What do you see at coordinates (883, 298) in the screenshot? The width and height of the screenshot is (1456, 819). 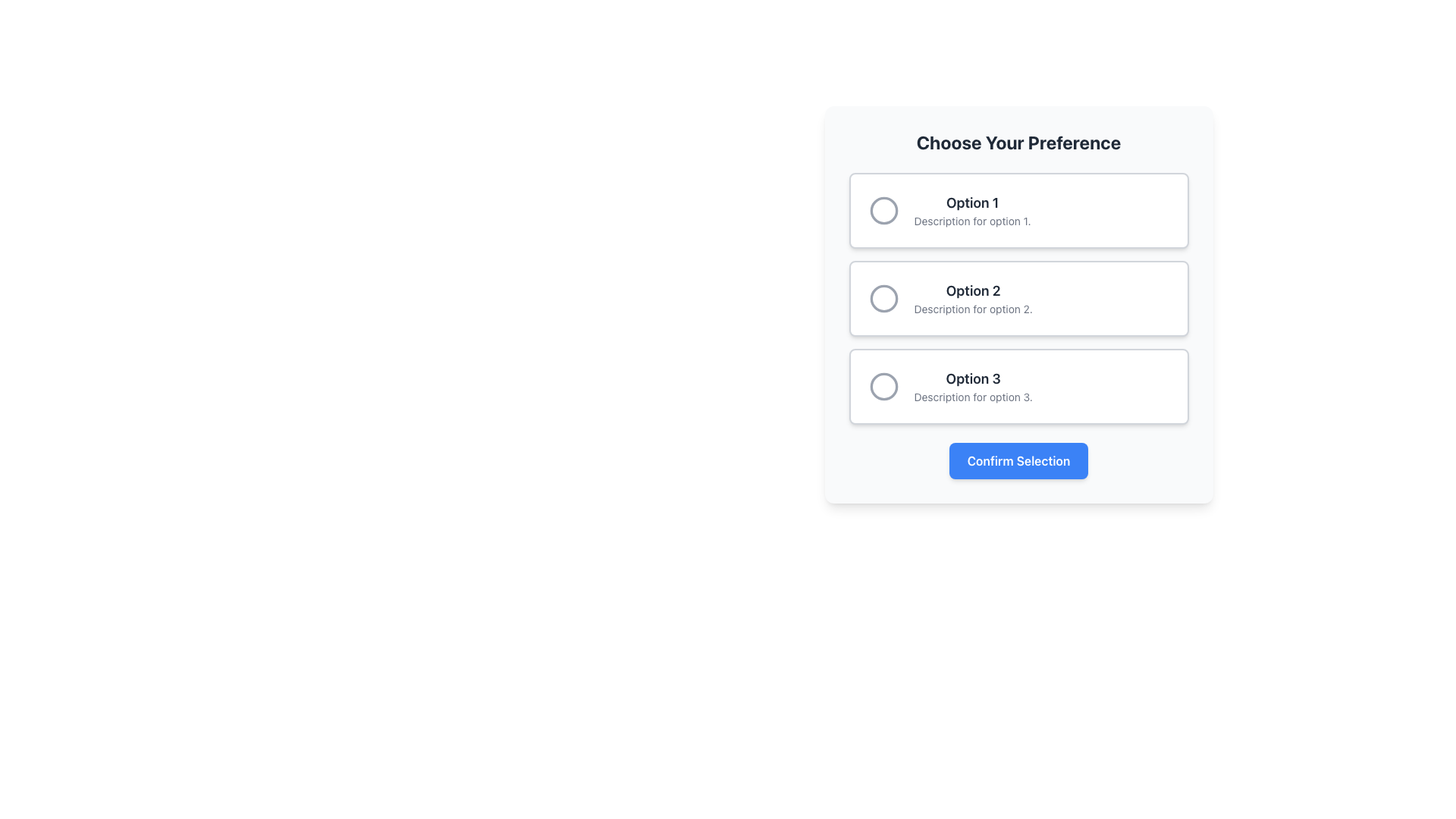 I see `the Radio Button Indicator located` at bounding box center [883, 298].